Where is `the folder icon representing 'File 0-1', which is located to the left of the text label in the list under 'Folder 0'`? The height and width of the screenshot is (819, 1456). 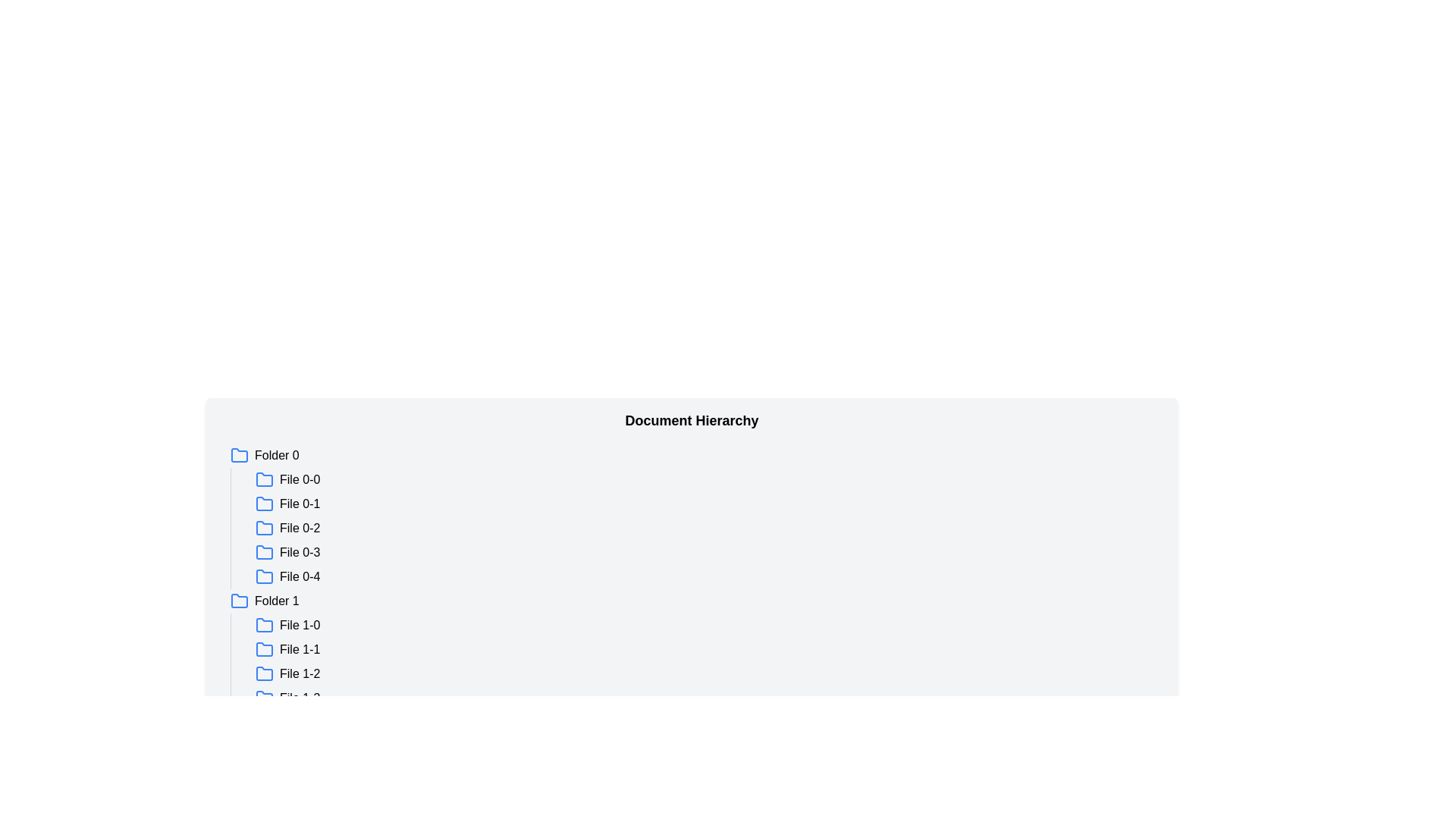
the folder icon representing 'File 0-1', which is located to the left of the text label in the list under 'Folder 0' is located at coordinates (265, 504).